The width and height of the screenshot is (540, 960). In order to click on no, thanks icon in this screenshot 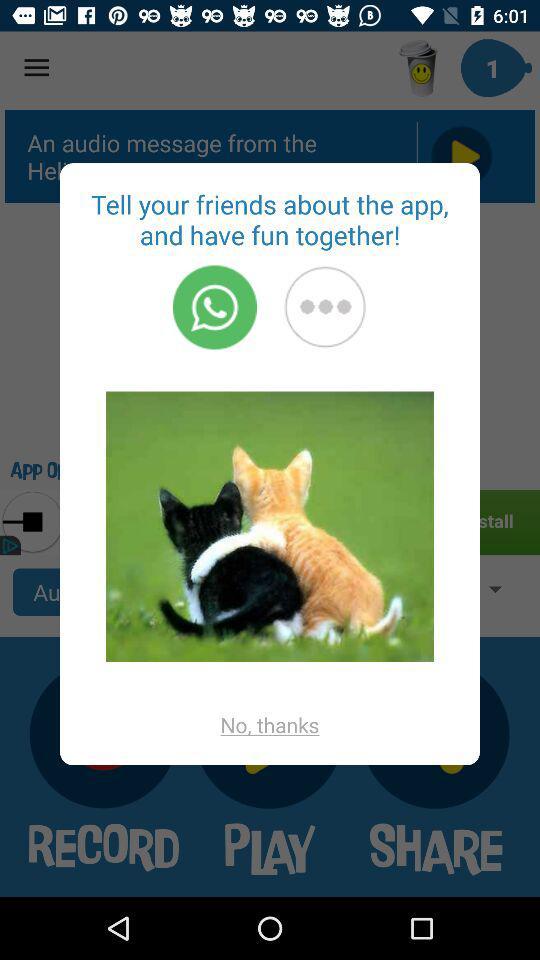, I will do `click(270, 723)`.